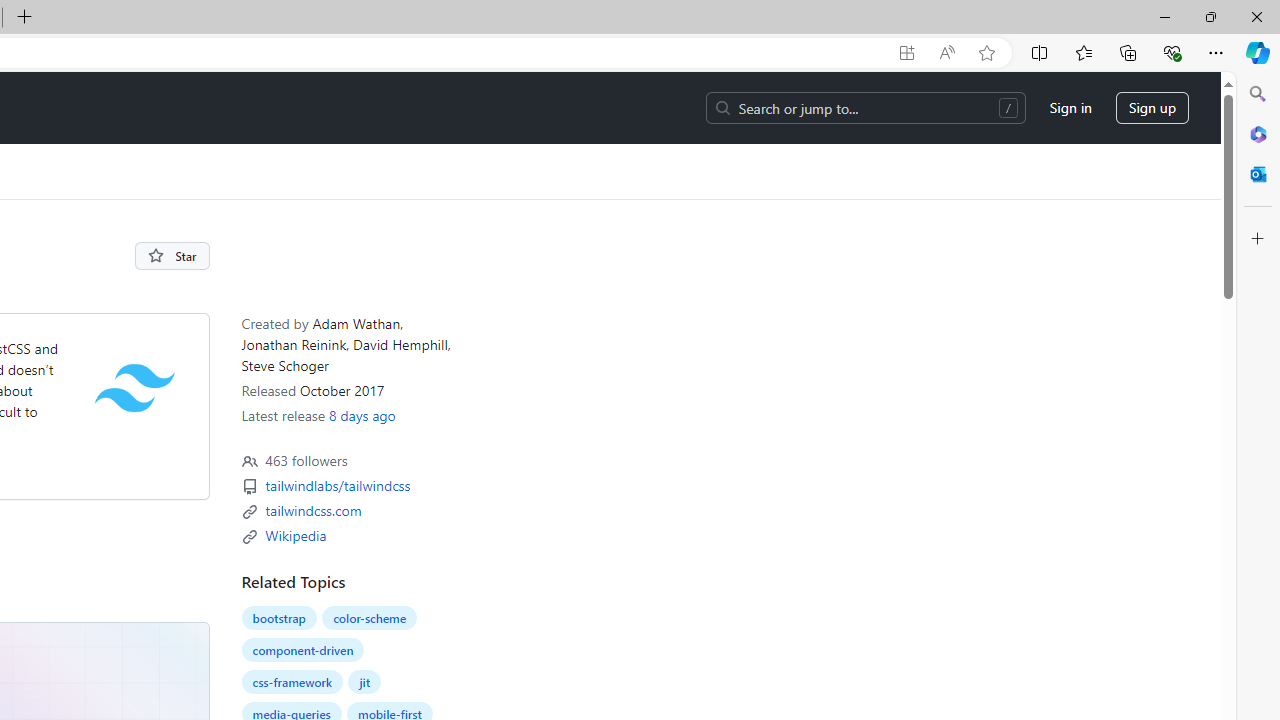 Image resolution: width=1280 pixels, height=720 pixels. Describe the element at coordinates (134, 387) in the screenshot. I see `'tailwind logo'` at that location.